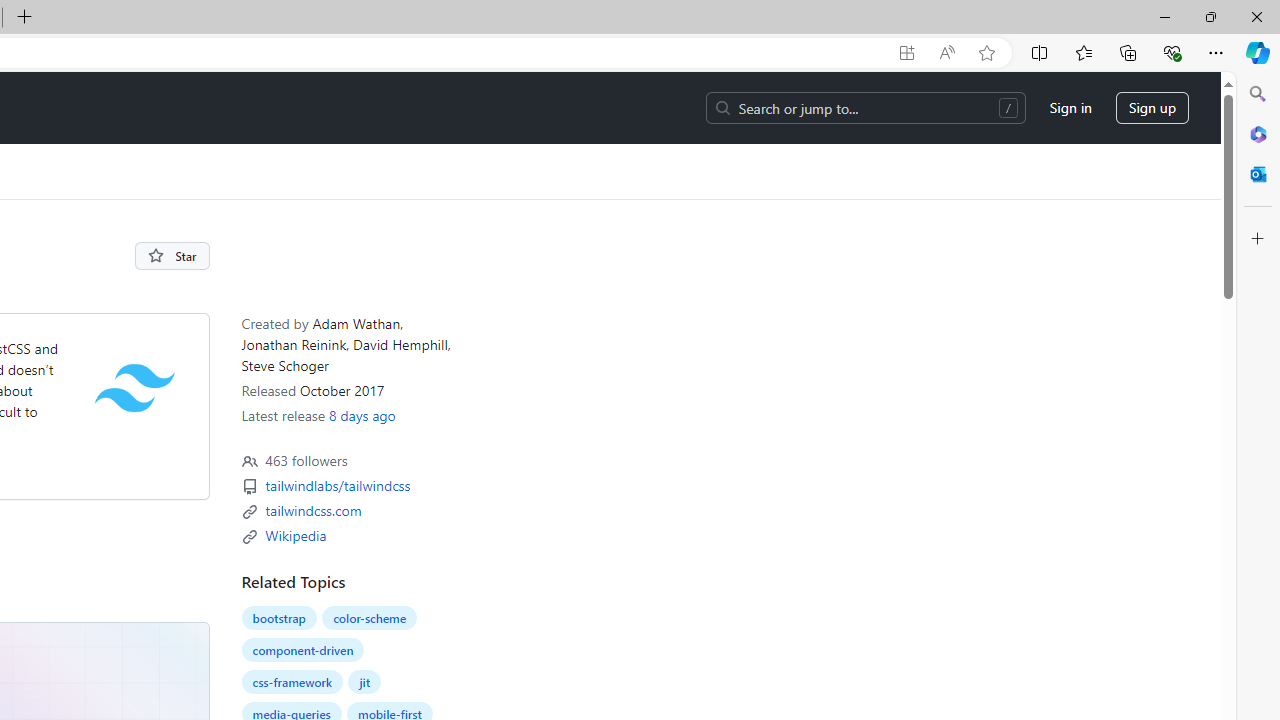 Image resolution: width=1280 pixels, height=720 pixels. Describe the element at coordinates (134, 387) in the screenshot. I see `'tailwind logo'` at that location.